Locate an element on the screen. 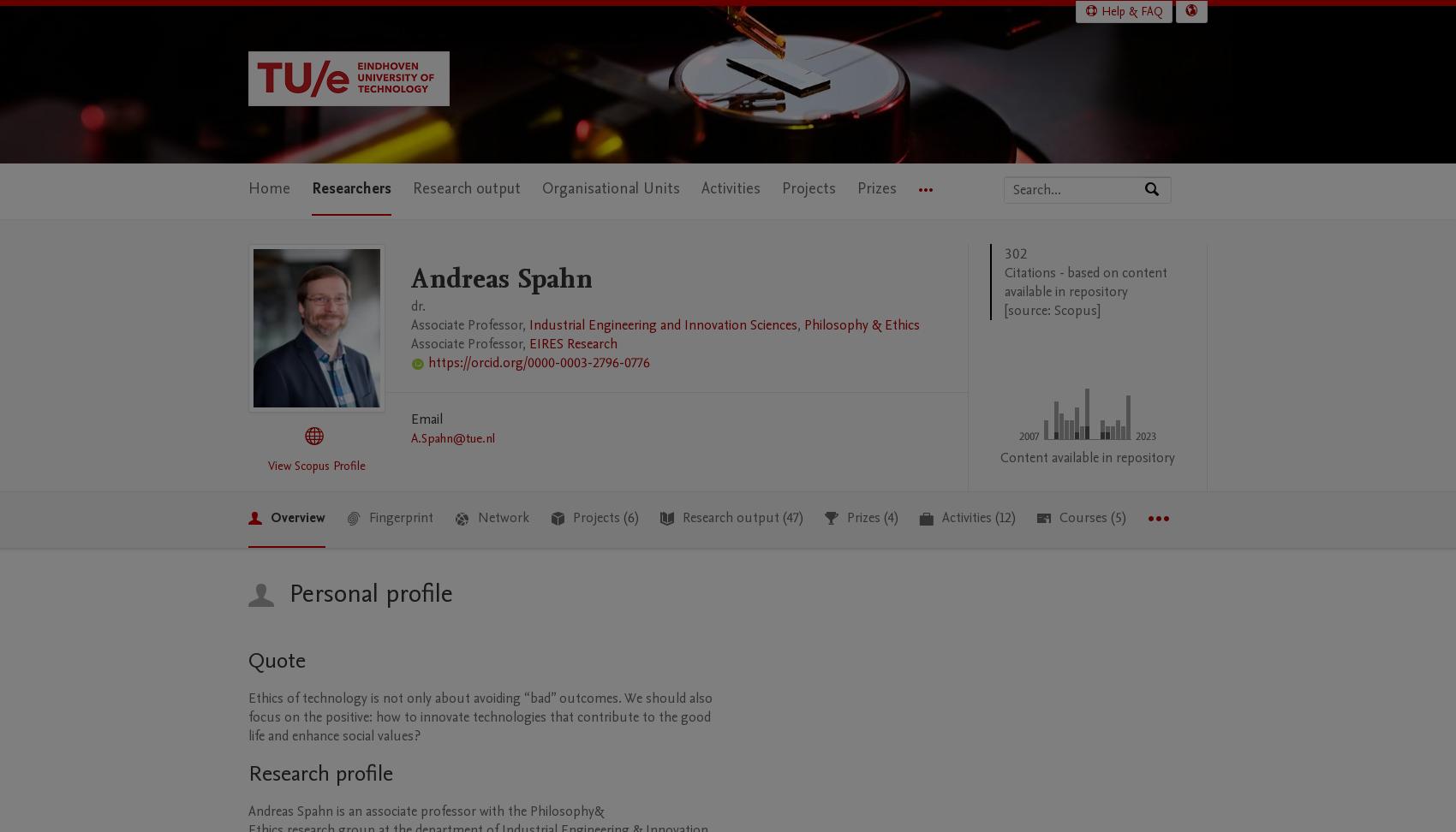 The height and width of the screenshot is (832, 1456). 'Ethics of technology is not only about avoiding “bad” outcomes. We should also focus on the positive: how to innovate technologies that contribute to the good life and enhance social values?' is located at coordinates (480, 715).